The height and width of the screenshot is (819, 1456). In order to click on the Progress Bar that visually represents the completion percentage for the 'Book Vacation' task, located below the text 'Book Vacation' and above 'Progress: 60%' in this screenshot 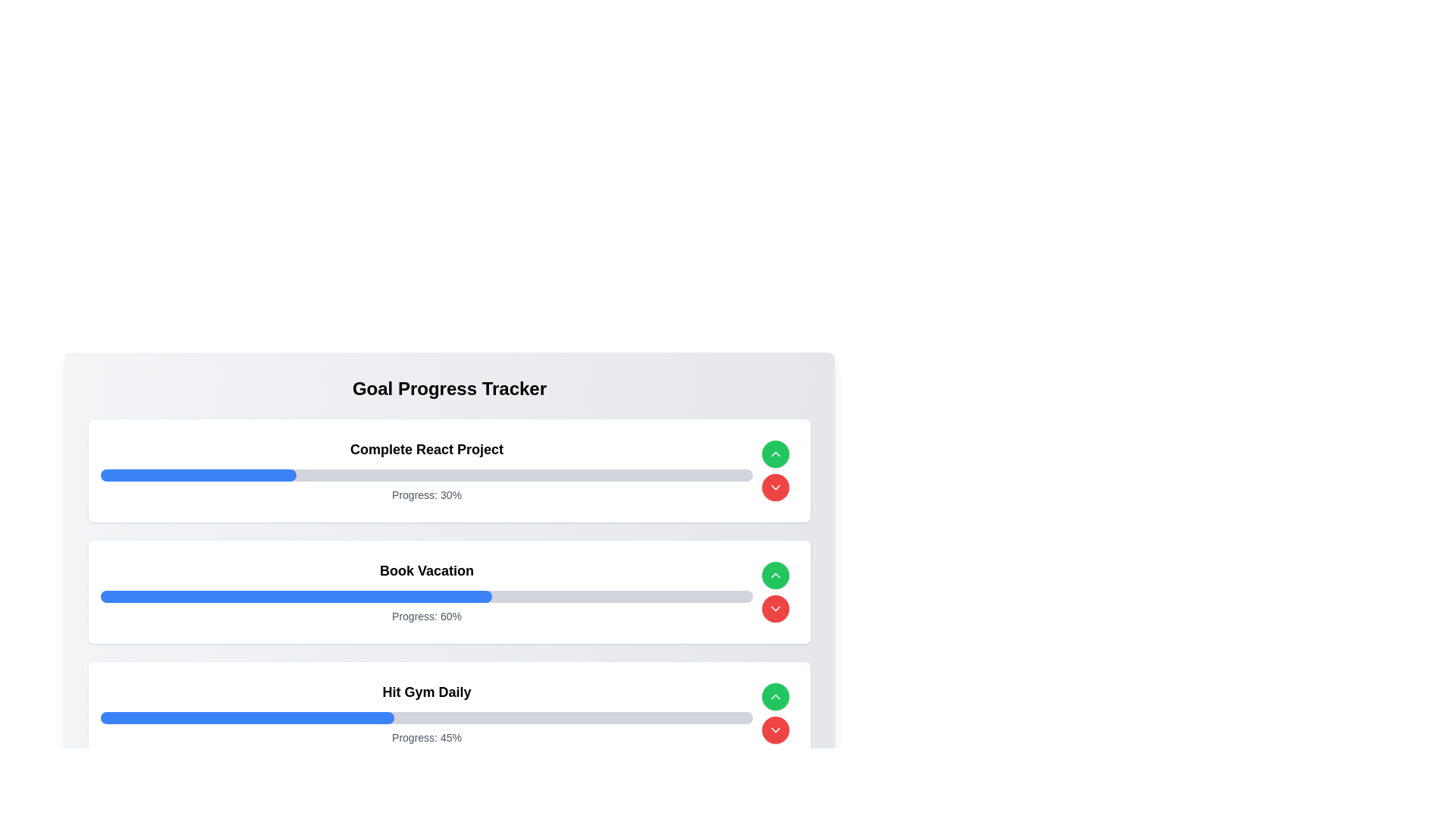, I will do `click(425, 595)`.